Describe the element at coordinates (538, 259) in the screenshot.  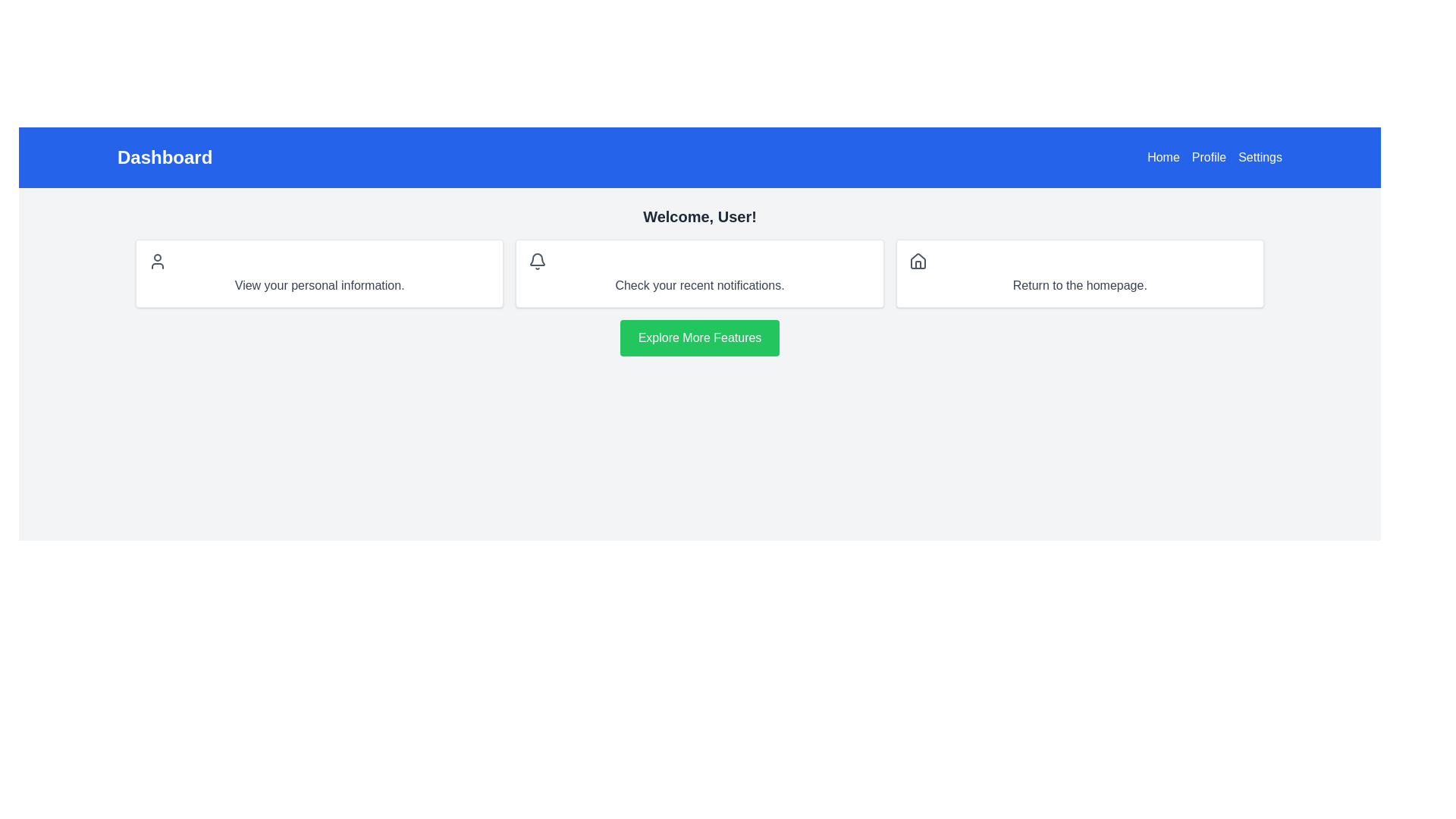
I see `the bell-shaped notification icon located in the middle card, positioned above the text 'Check your recent notifications'` at that location.